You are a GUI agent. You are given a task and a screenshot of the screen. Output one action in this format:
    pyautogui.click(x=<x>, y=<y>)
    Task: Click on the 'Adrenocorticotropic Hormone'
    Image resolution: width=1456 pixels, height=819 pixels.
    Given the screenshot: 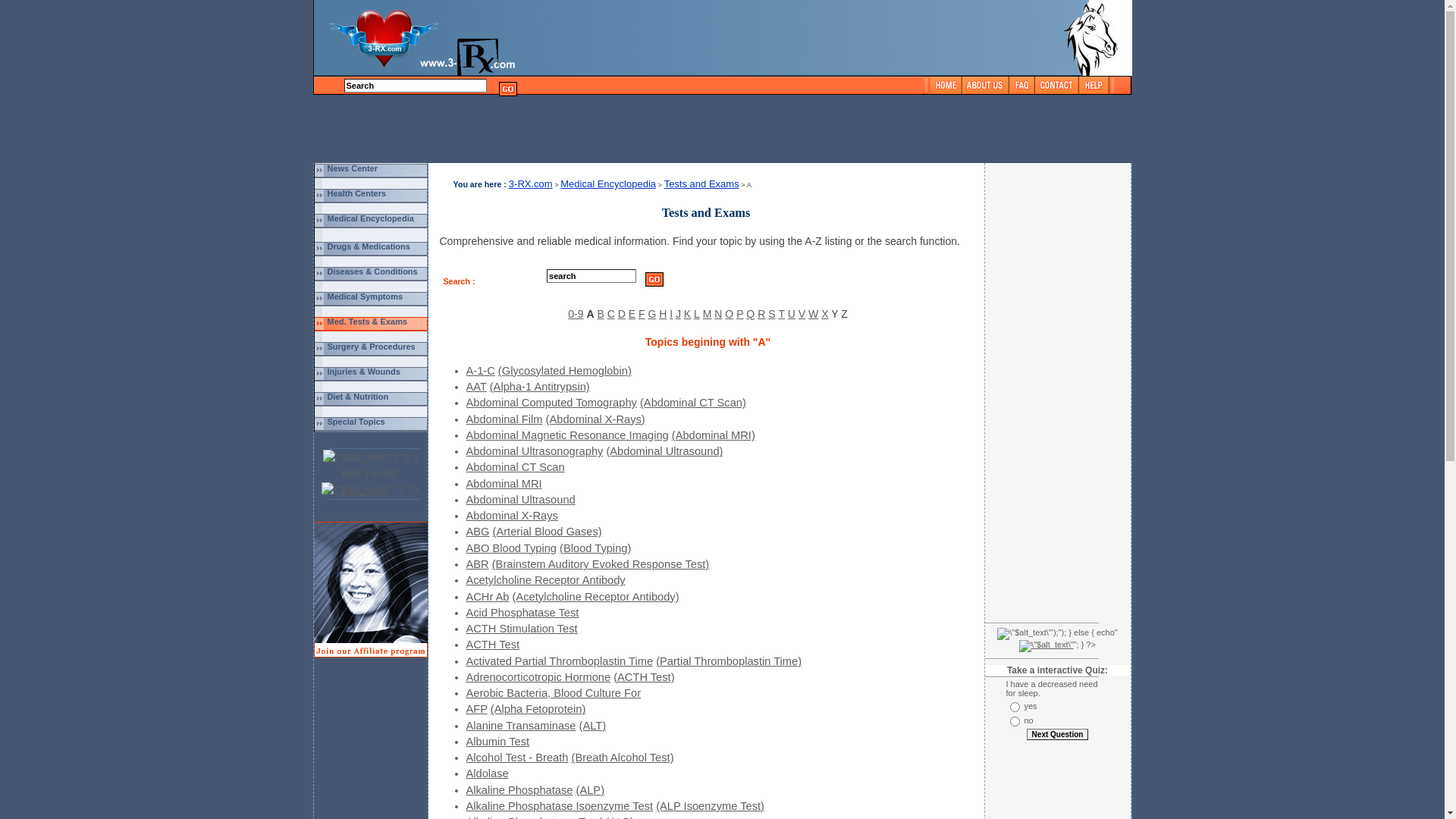 What is the action you would take?
    pyautogui.click(x=538, y=676)
    